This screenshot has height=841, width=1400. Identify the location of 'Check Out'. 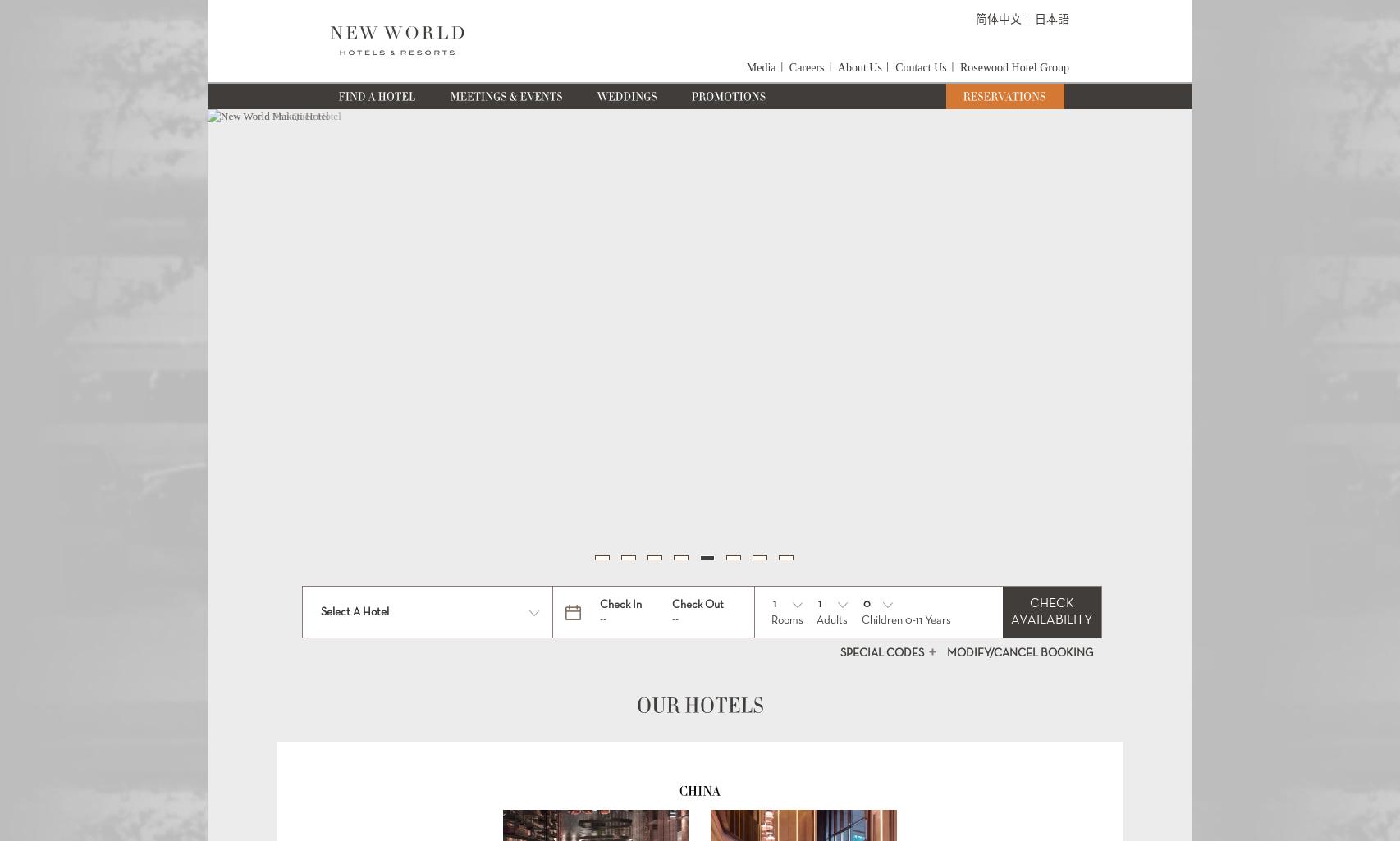
(696, 604).